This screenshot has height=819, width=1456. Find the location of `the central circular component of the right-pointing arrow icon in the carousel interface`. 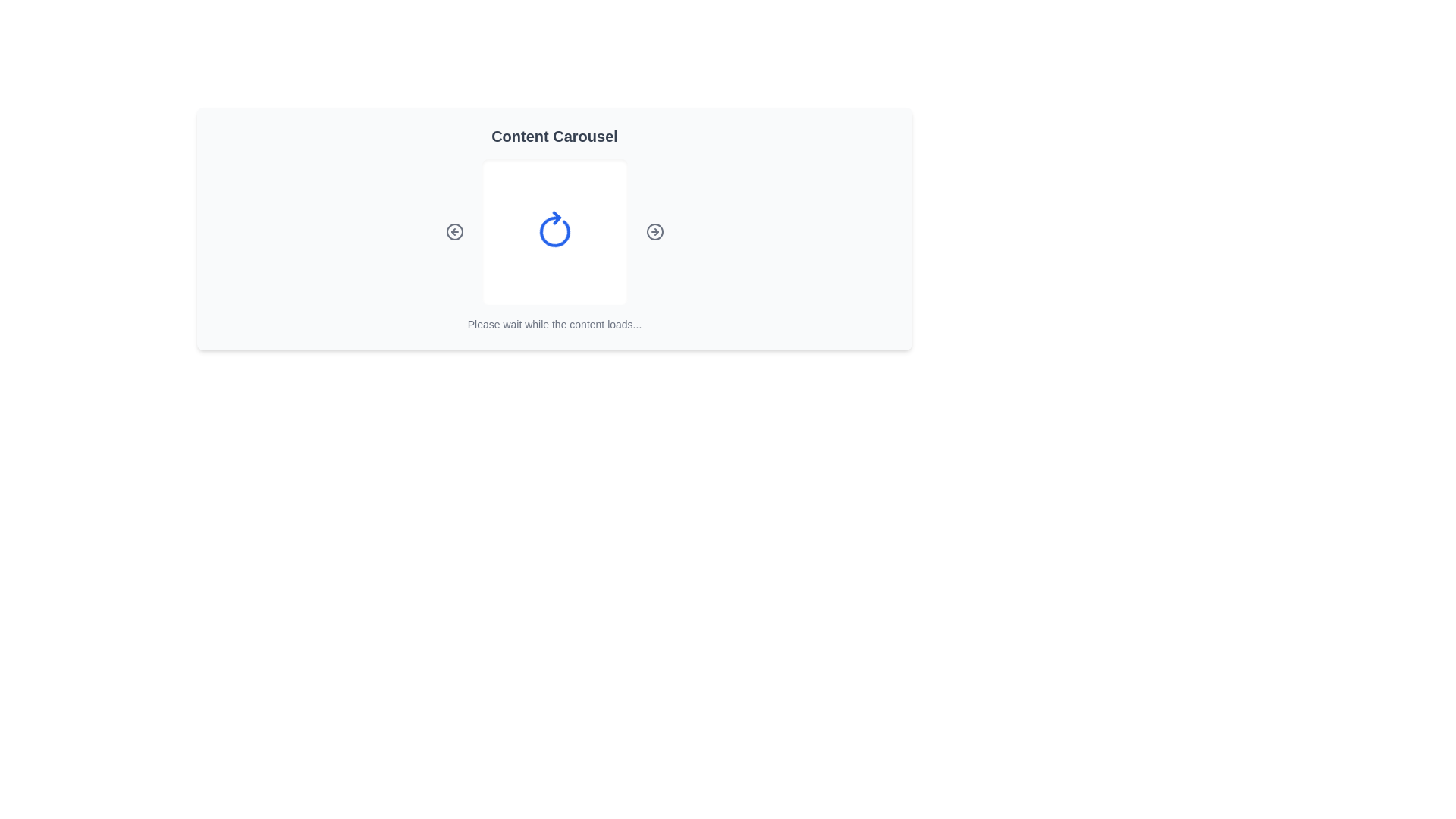

the central circular component of the right-pointing arrow icon in the carousel interface is located at coordinates (654, 231).